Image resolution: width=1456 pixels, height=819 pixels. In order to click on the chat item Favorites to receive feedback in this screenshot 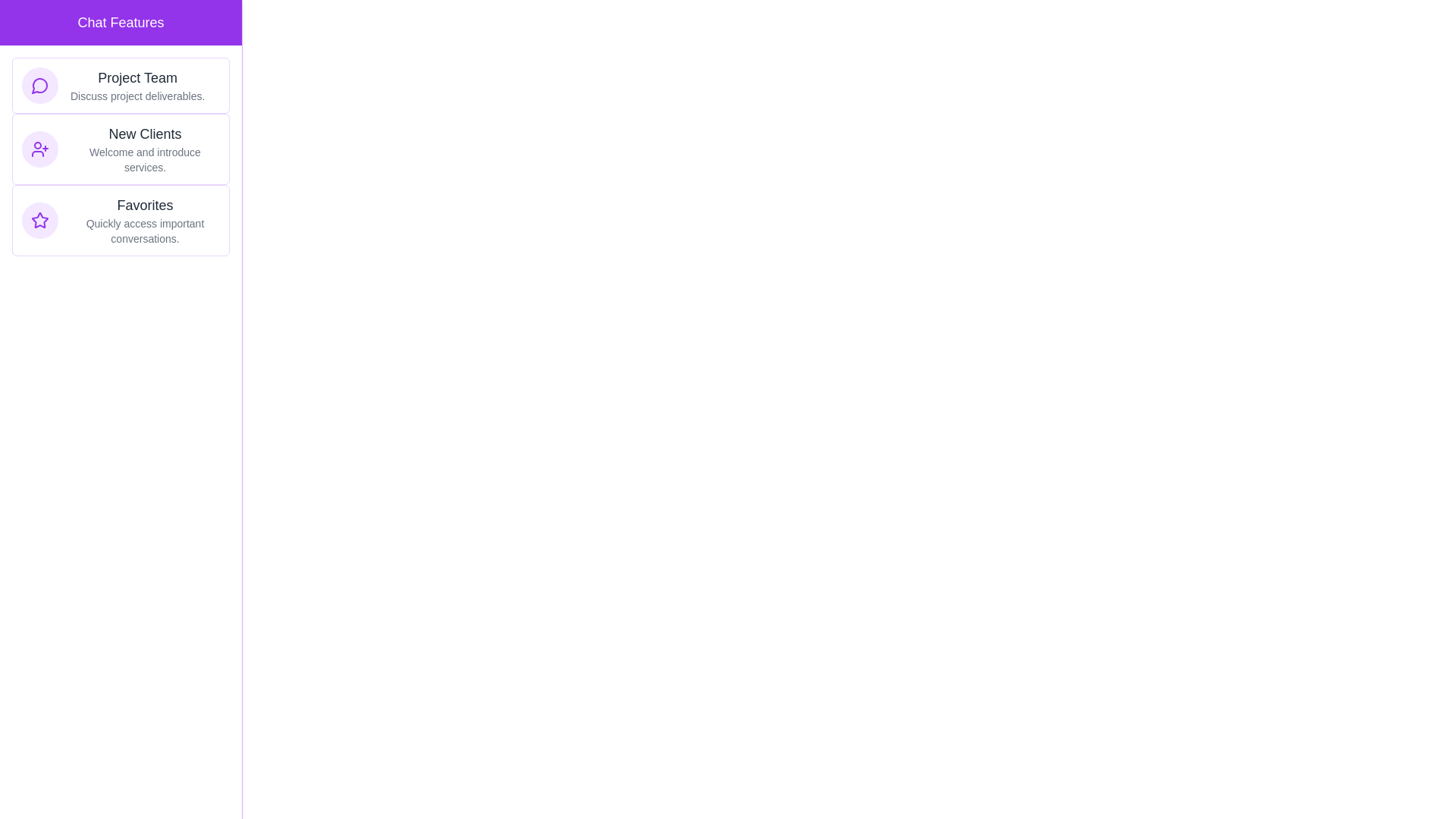, I will do `click(120, 220)`.